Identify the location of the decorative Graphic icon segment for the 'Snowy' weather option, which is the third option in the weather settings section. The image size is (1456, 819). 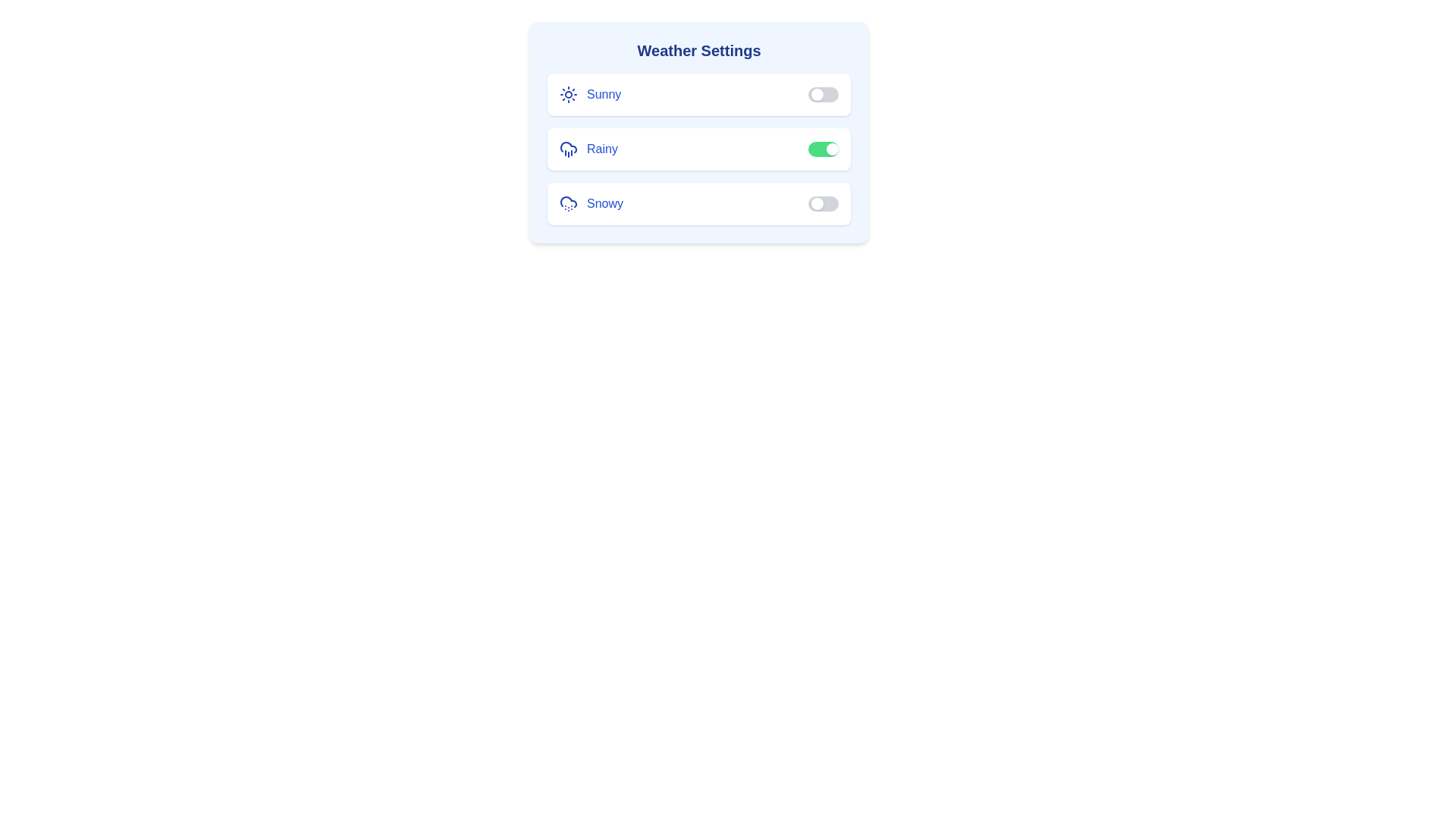
(567, 201).